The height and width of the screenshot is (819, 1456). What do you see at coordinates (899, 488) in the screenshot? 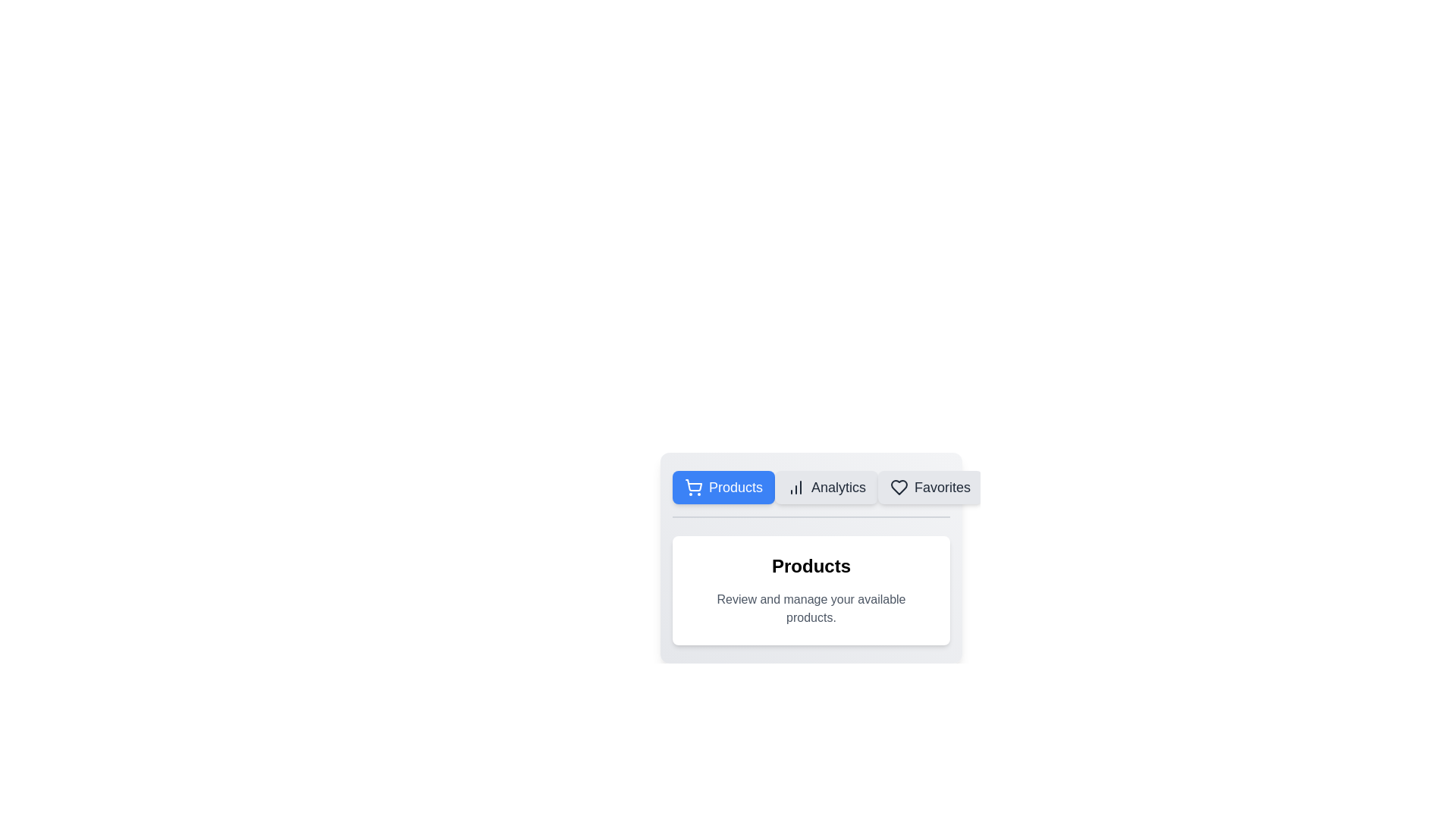
I see `the heart-shaped icon outlined in a dark border, located to the left of the 'Favorites' text label in the horizontal menu bar at the top of the content card` at bounding box center [899, 488].